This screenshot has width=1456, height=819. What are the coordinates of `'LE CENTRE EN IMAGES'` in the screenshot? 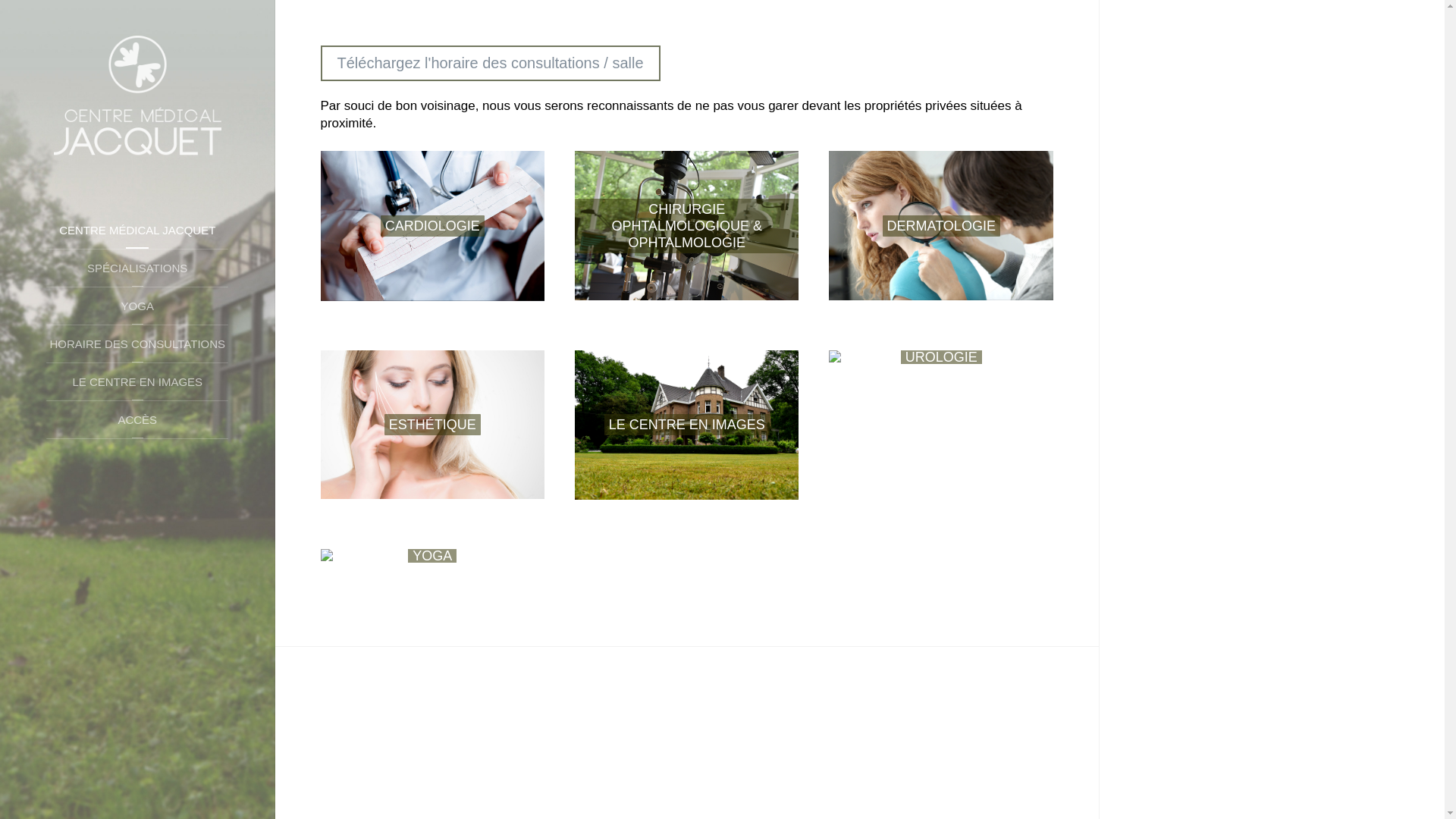 It's located at (686, 425).